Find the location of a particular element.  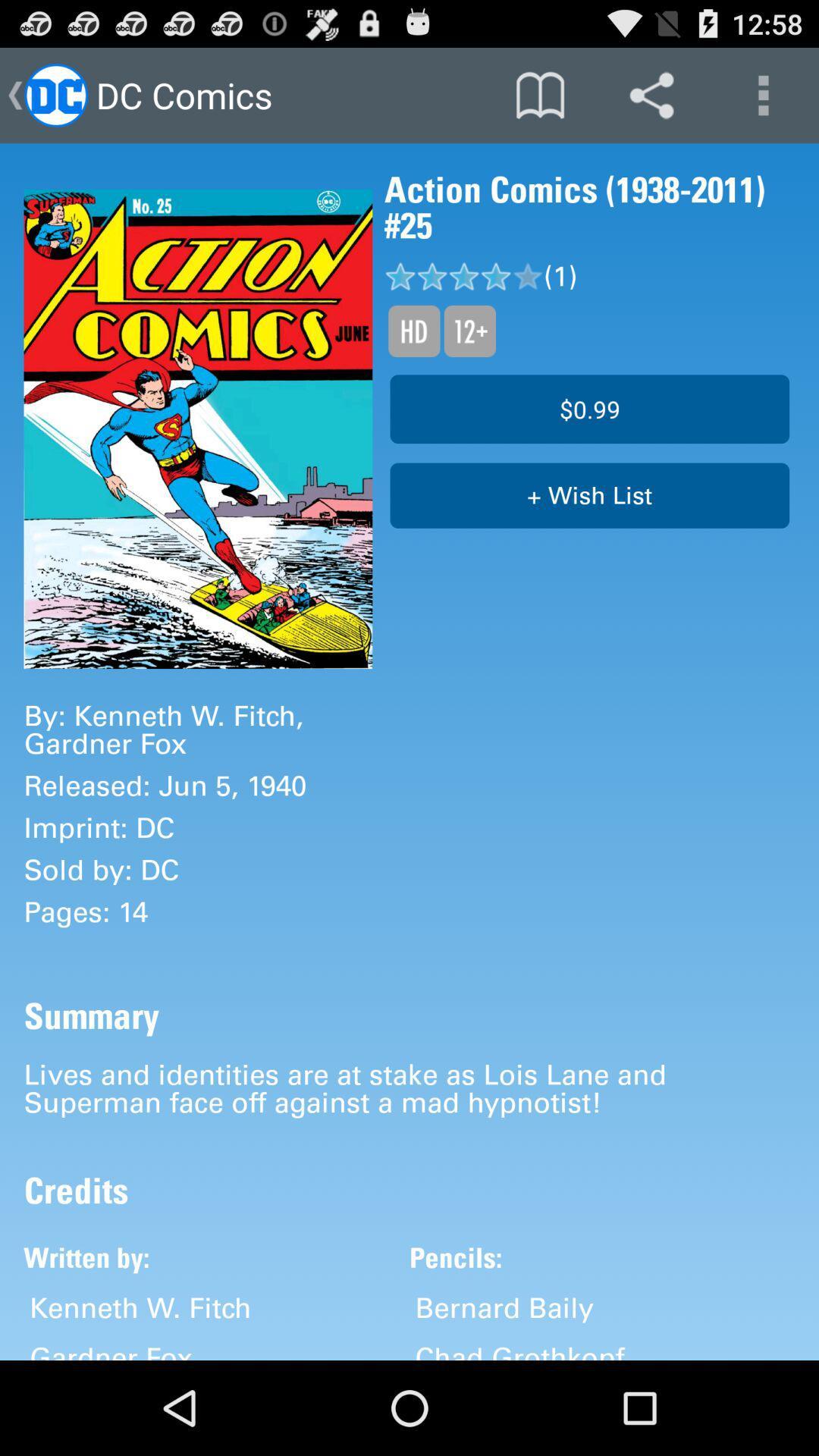

the + wish list item is located at coordinates (588, 495).